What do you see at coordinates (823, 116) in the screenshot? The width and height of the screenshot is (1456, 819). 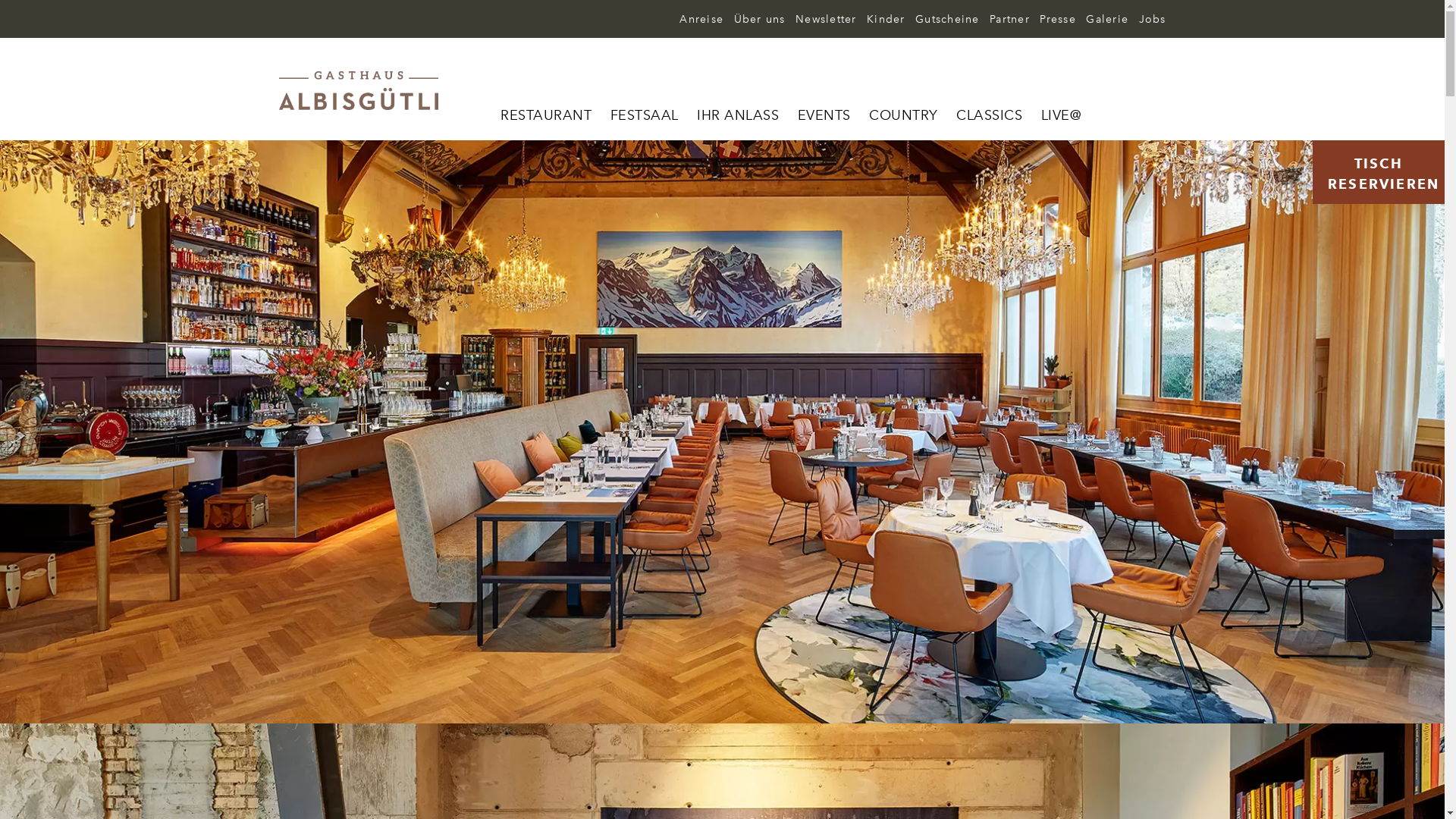 I see `'EVENTS'` at bounding box center [823, 116].